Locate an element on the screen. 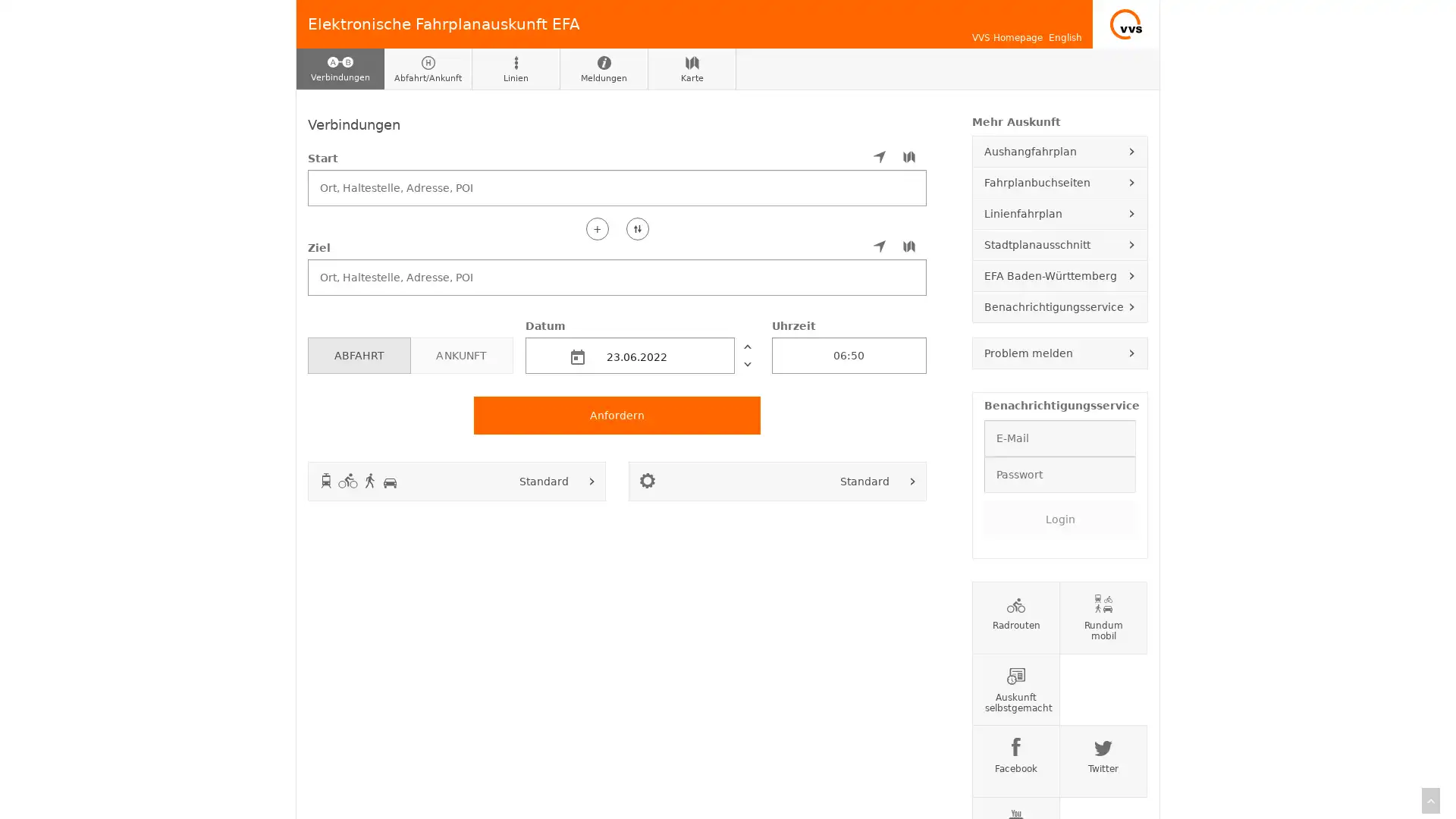  ANKUNFT is located at coordinates (460, 354).